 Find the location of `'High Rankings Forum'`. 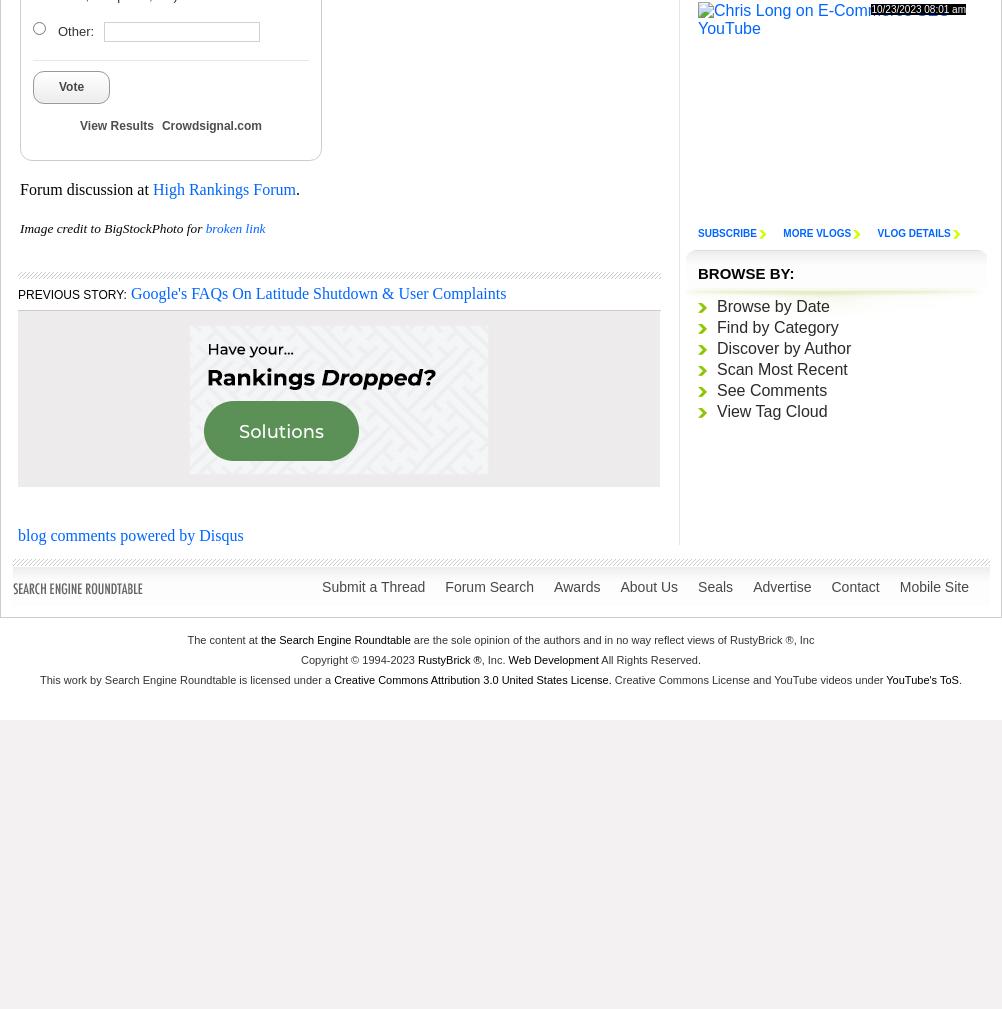

'High Rankings Forum' is located at coordinates (224, 187).